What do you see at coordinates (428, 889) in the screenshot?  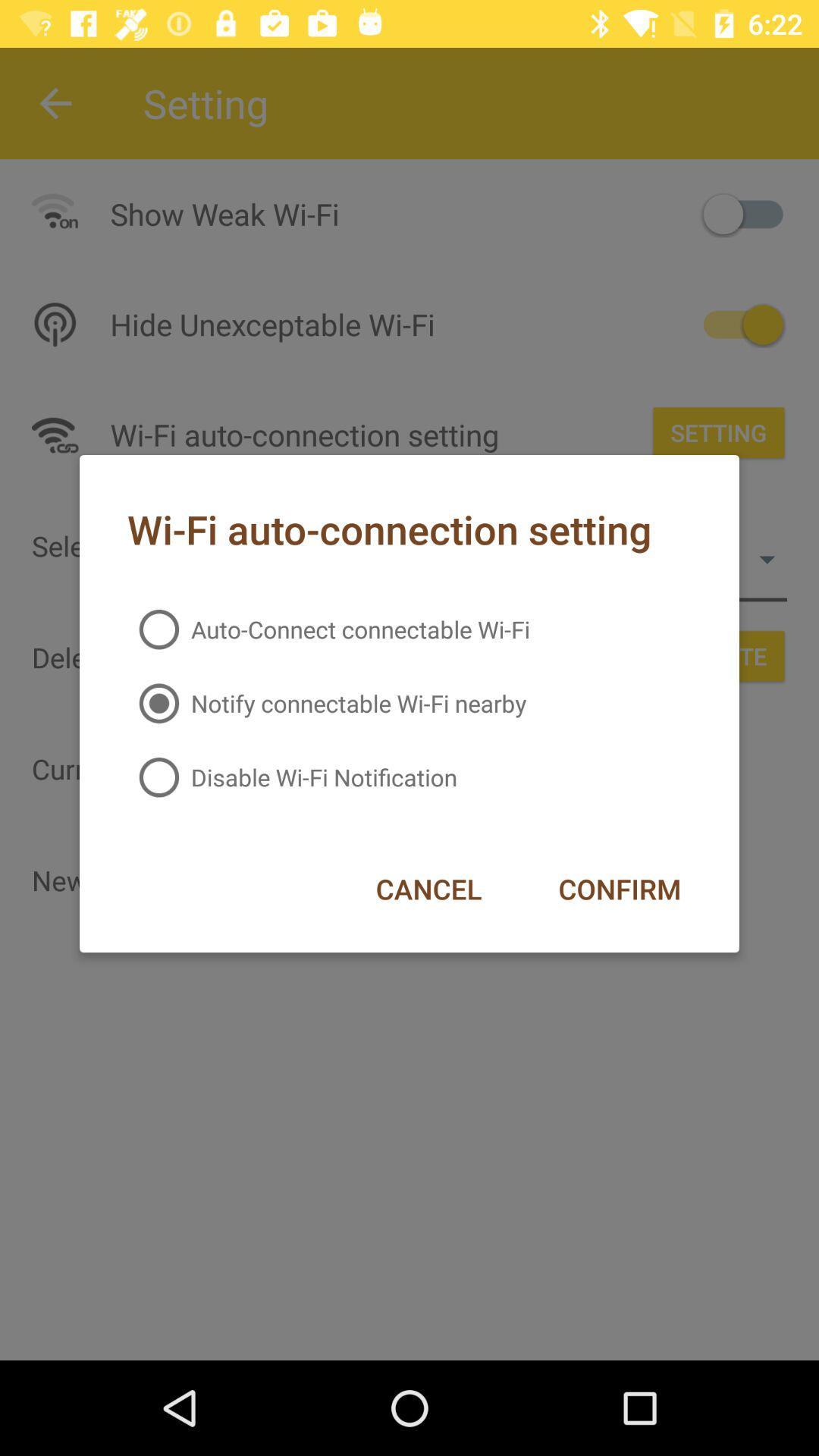 I see `icon to the left of the confirm icon` at bounding box center [428, 889].